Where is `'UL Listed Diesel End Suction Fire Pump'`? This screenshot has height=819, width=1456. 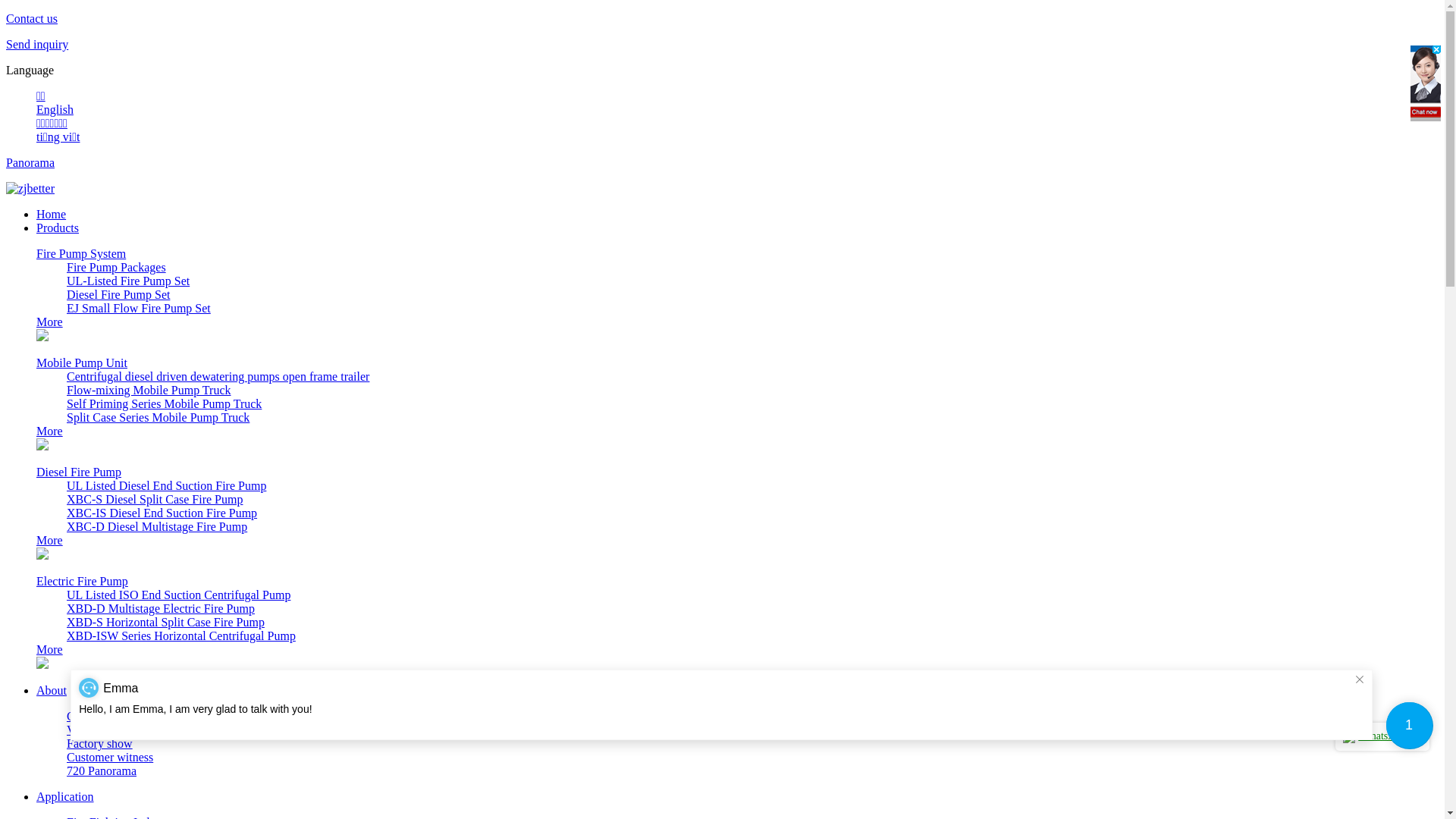 'UL Listed Diesel End Suction Fire Pump' is located at coordinates (65, 485).